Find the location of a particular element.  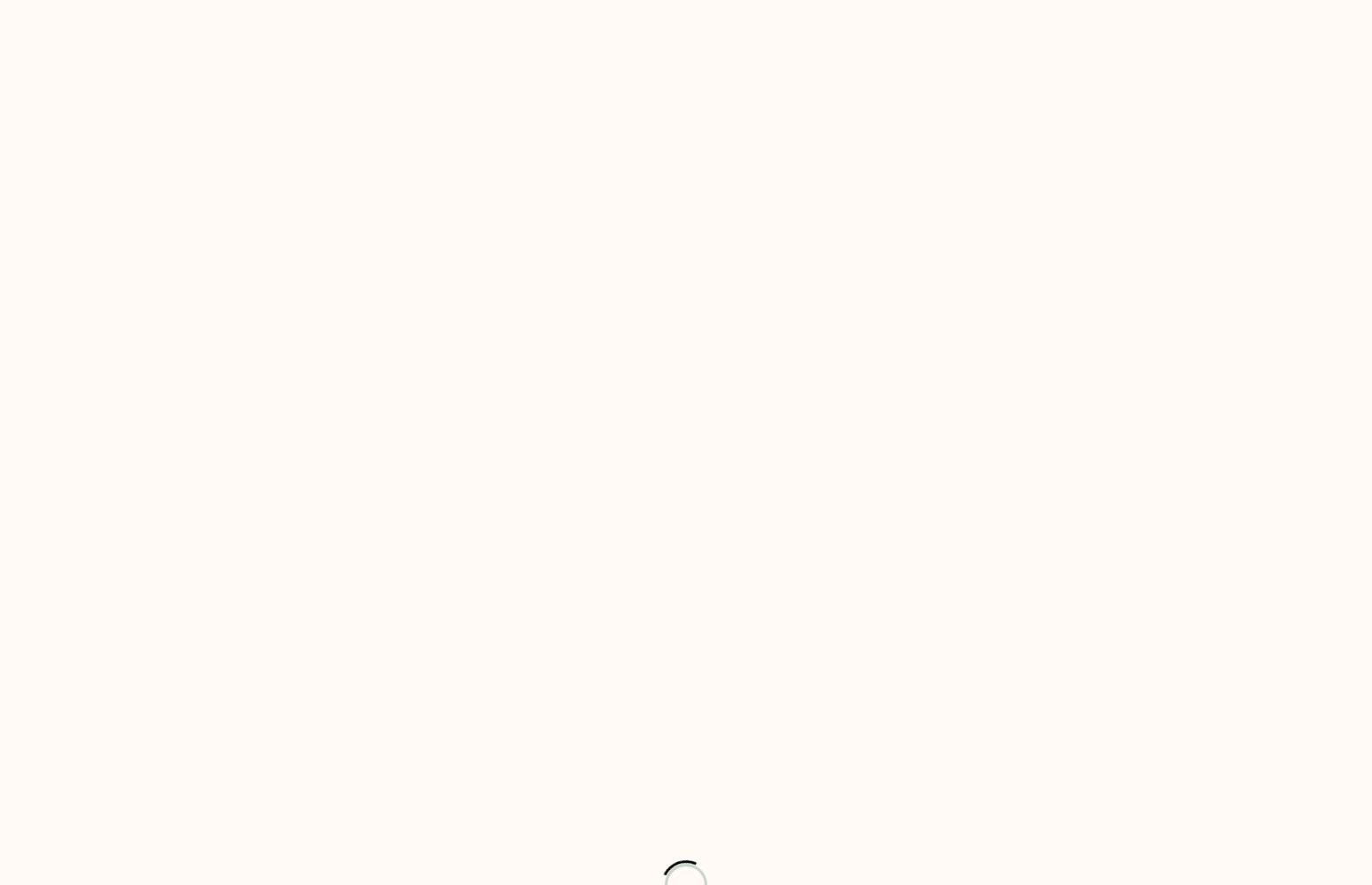

'Skin Services' is located at coordinates (621, 182).